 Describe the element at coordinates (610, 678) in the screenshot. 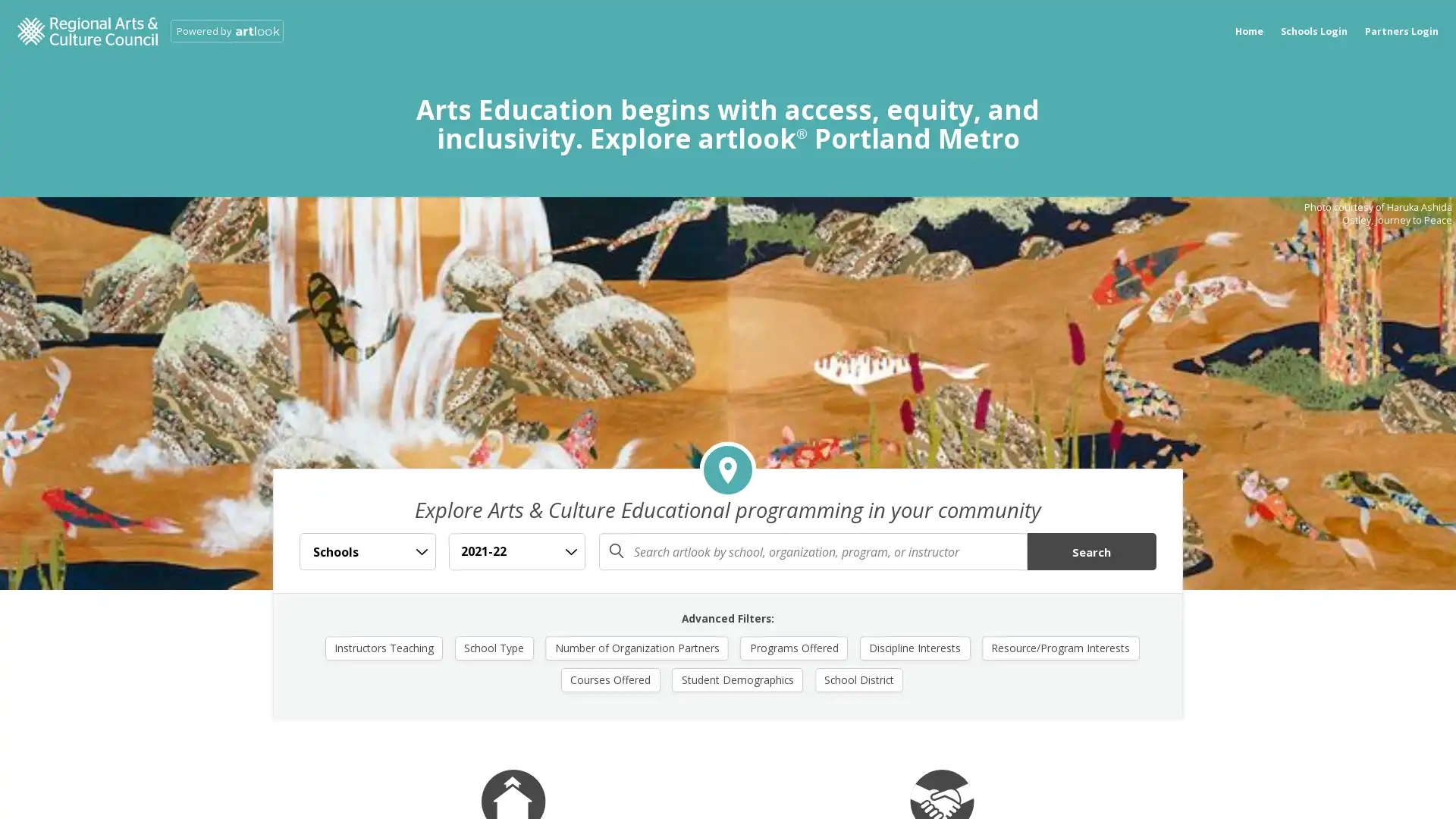

I see `Courses Offered` at that location.